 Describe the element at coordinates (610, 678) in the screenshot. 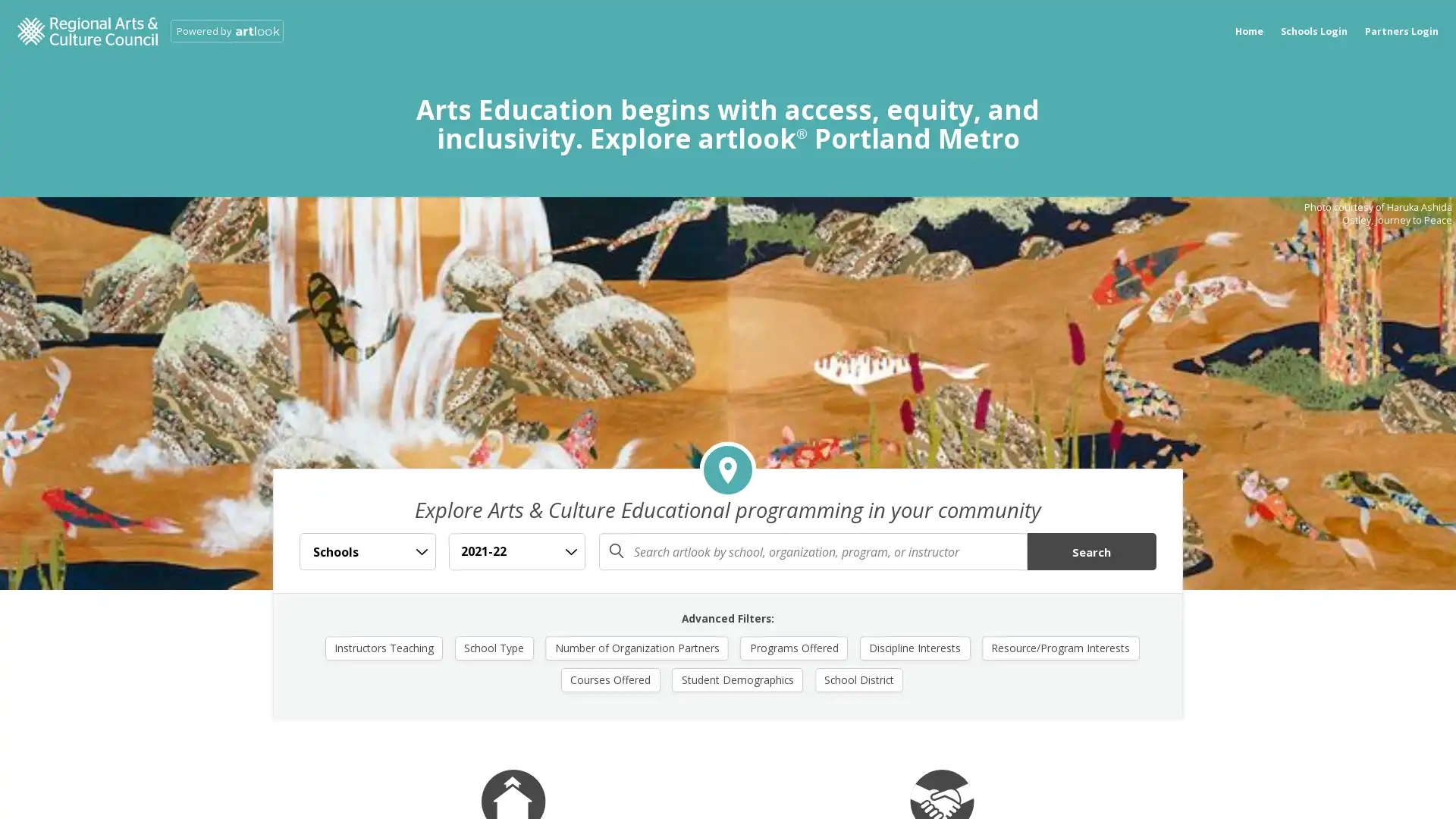

I see `Courses Offered` at that location.